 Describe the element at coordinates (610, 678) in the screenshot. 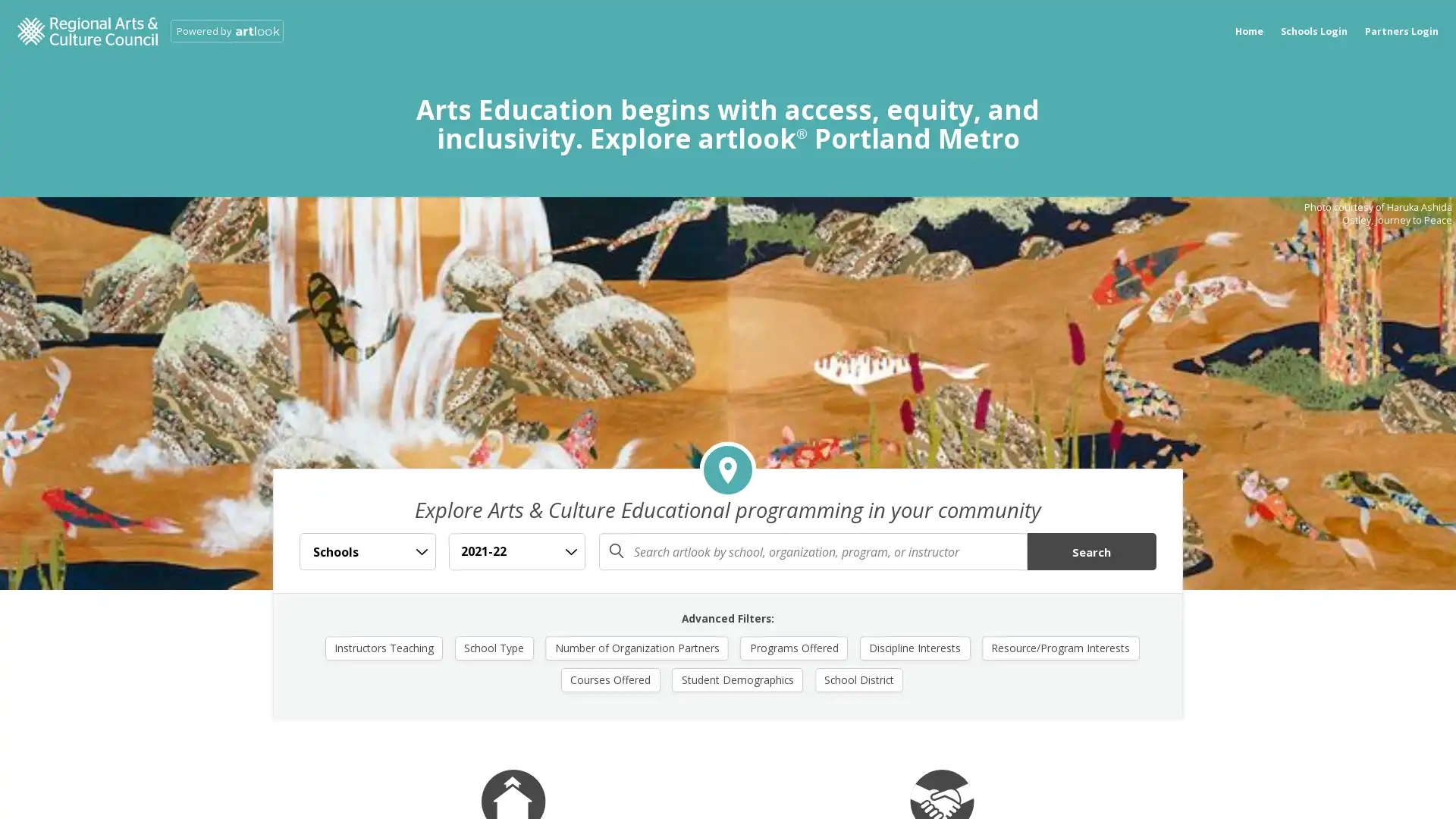

I see `Courses Offered` at that location.